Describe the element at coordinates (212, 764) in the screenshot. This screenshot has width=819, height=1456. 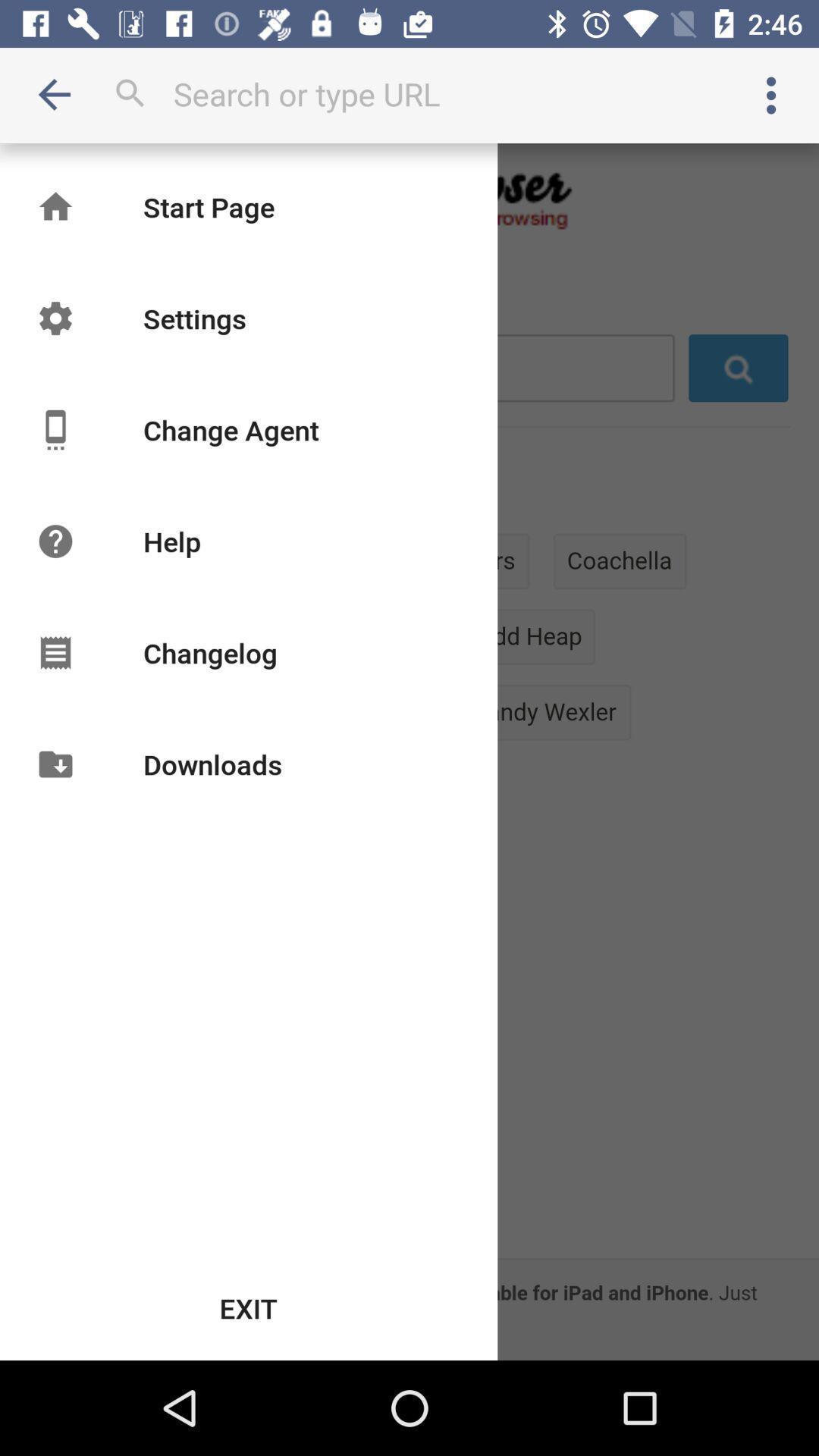
I see `the item above exit` at that location.